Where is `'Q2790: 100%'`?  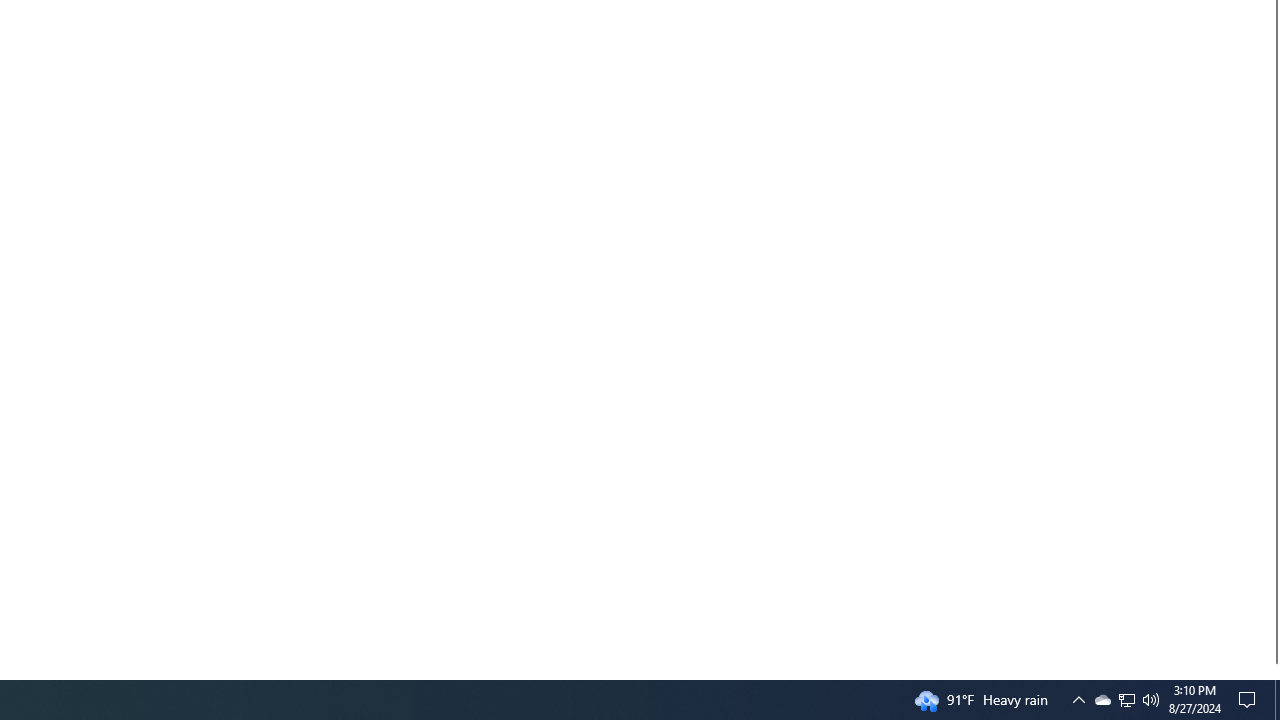 'Q2790: 100%' is located at coordinates (1127, 698).